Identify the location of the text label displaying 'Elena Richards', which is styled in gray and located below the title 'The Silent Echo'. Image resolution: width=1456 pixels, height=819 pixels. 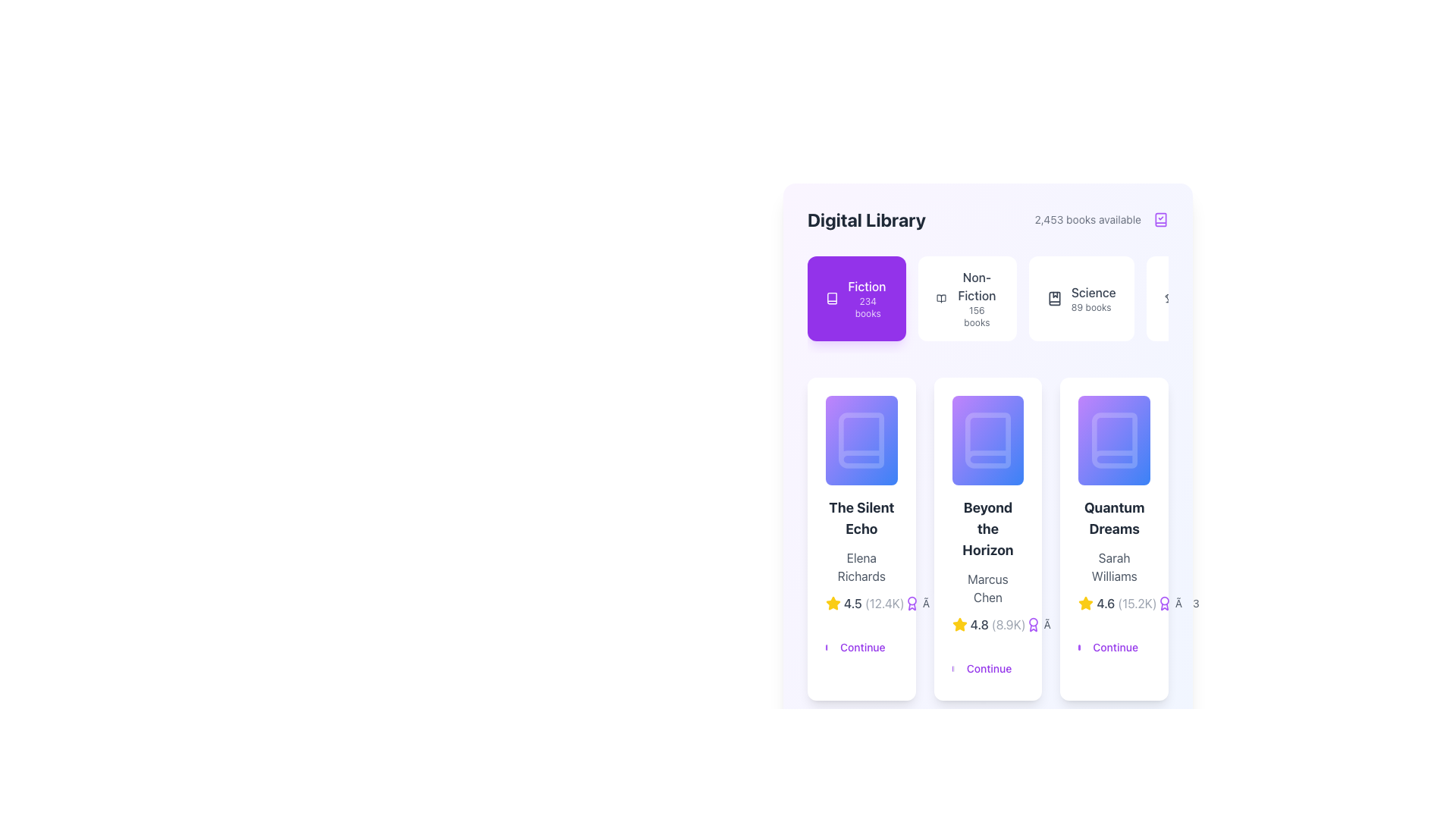
(861, 567).